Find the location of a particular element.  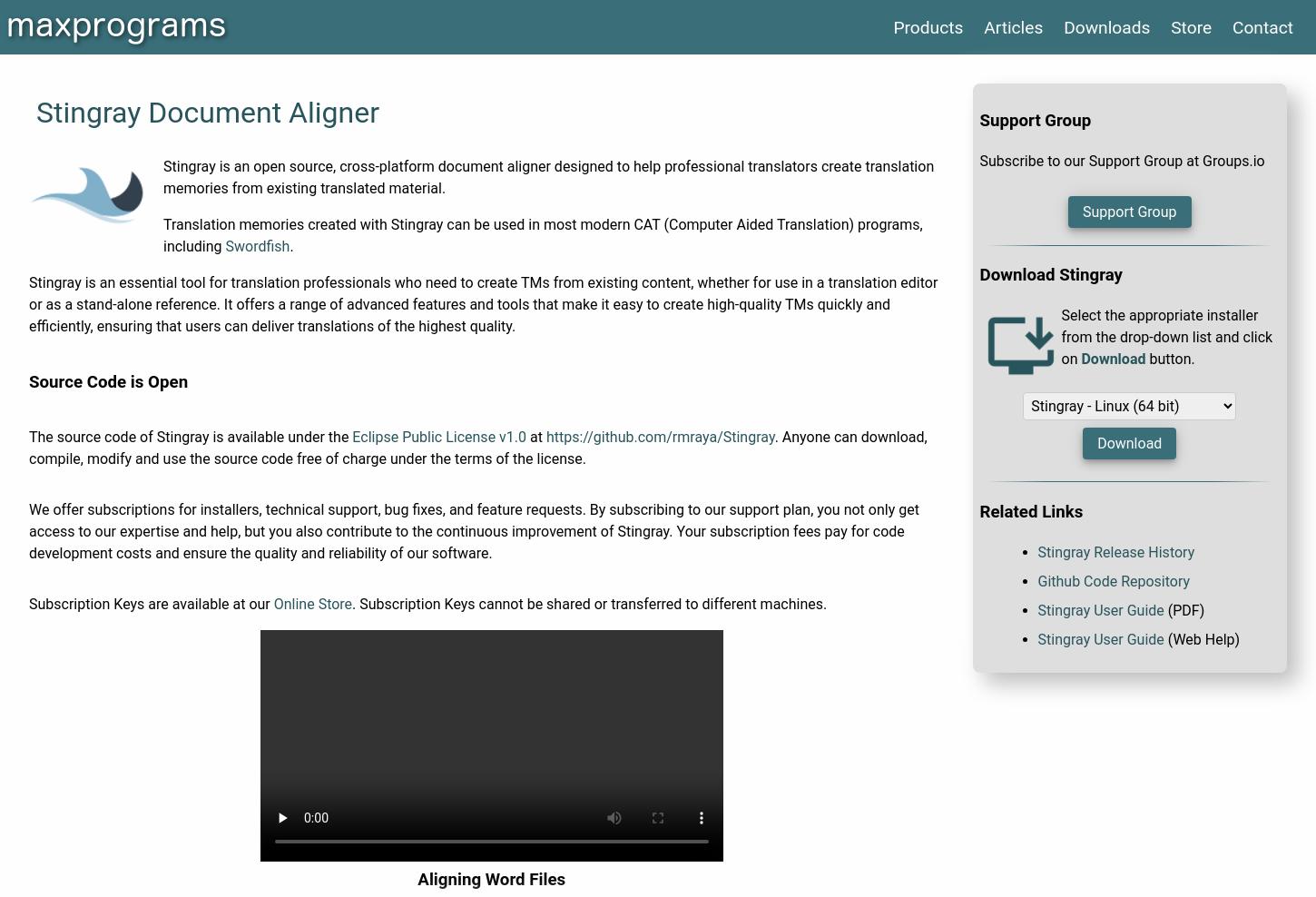

'. Anyone can download, compile,
                        modify and use the source code free of charge under the terms of the license.' is located at coordinates (29, 447).